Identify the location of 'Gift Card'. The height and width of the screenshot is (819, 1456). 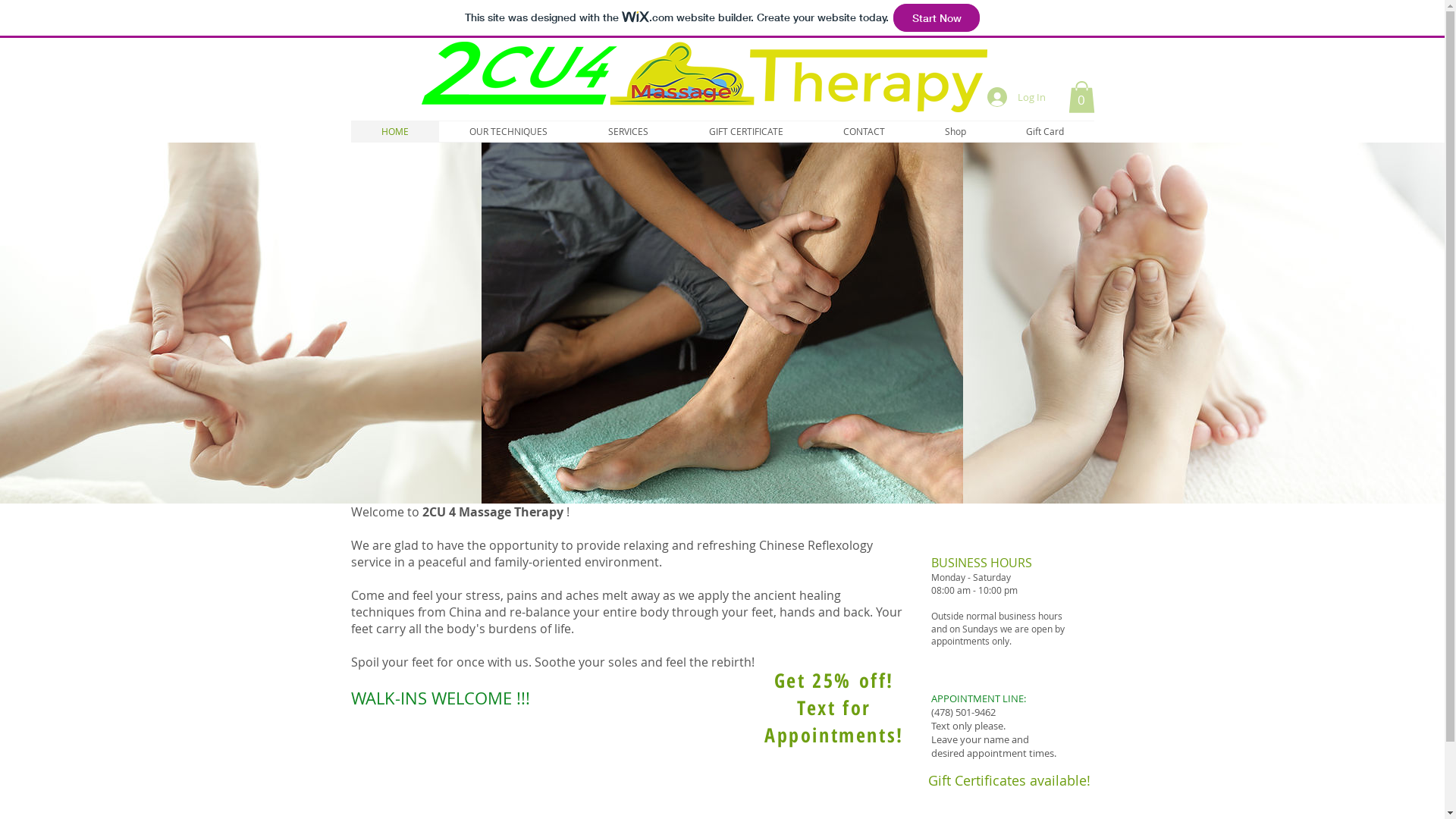
(1044, 130).